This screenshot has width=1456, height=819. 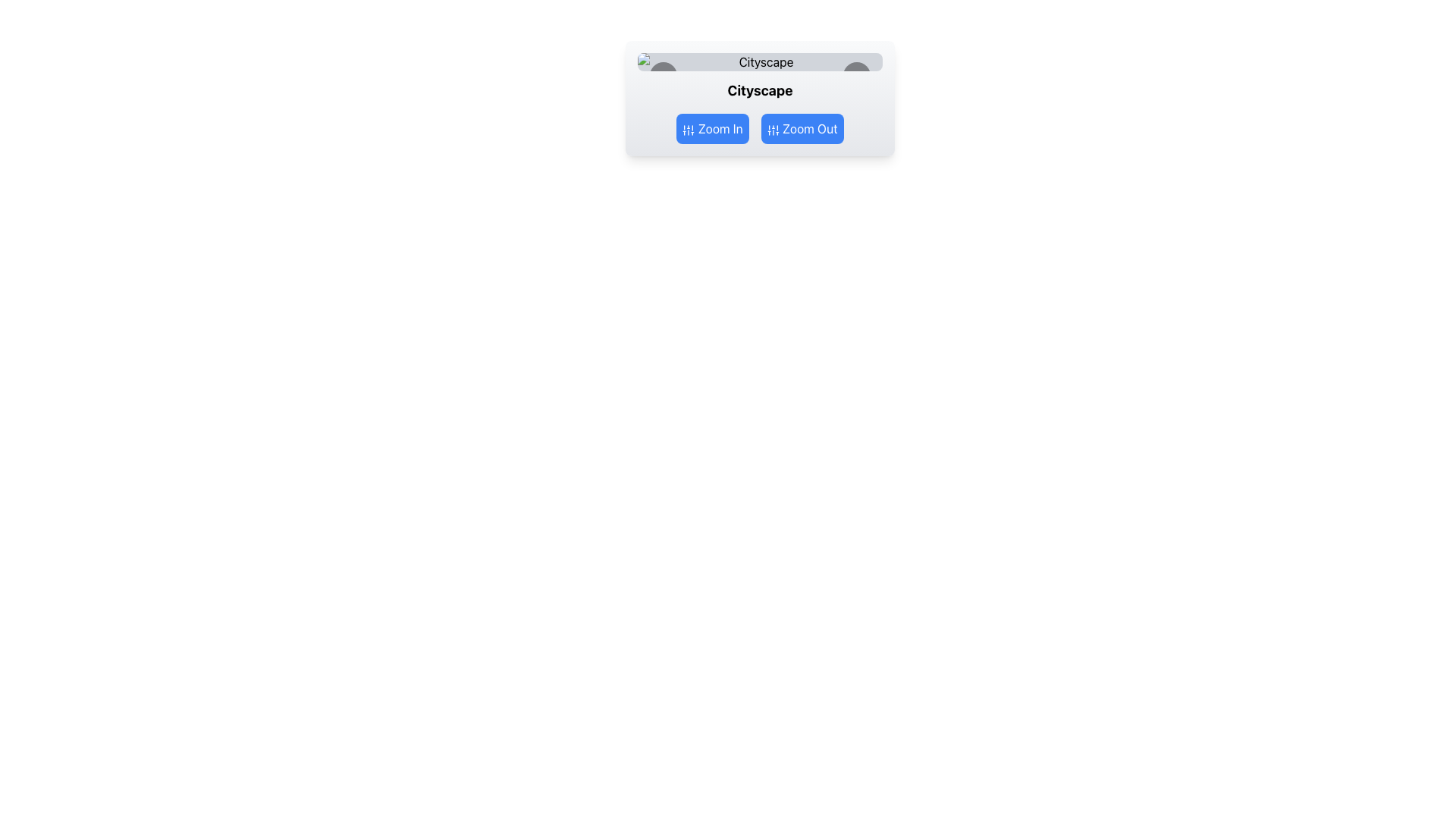 What do you see at coordinates (802, 127) in the screenshot?
I see `the 'Zoom Out' button, which has a blue background, white text, rounded corners, and an icon of vertical sliders, located to the right of the 'Zoom In' button below the text 'Cityscape'` at bounding box center [802, 127].